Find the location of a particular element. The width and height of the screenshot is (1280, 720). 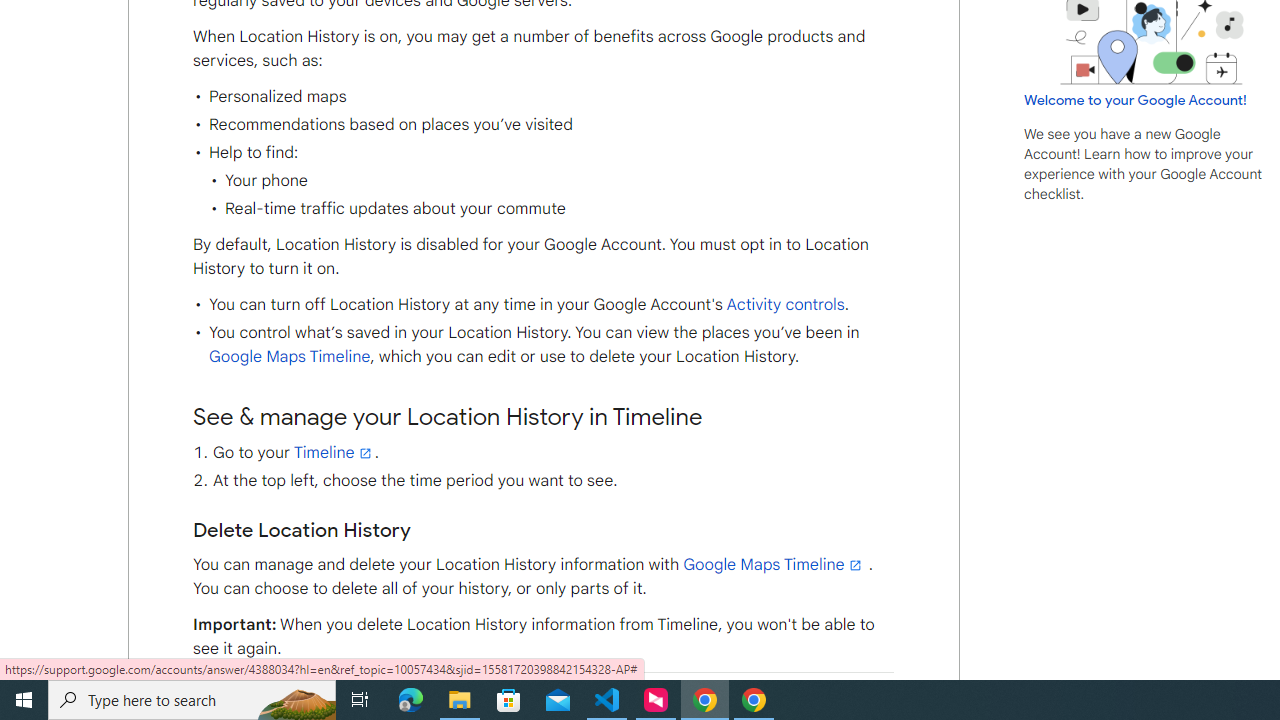

'Activity controls' is located at coordinates (784, 305).